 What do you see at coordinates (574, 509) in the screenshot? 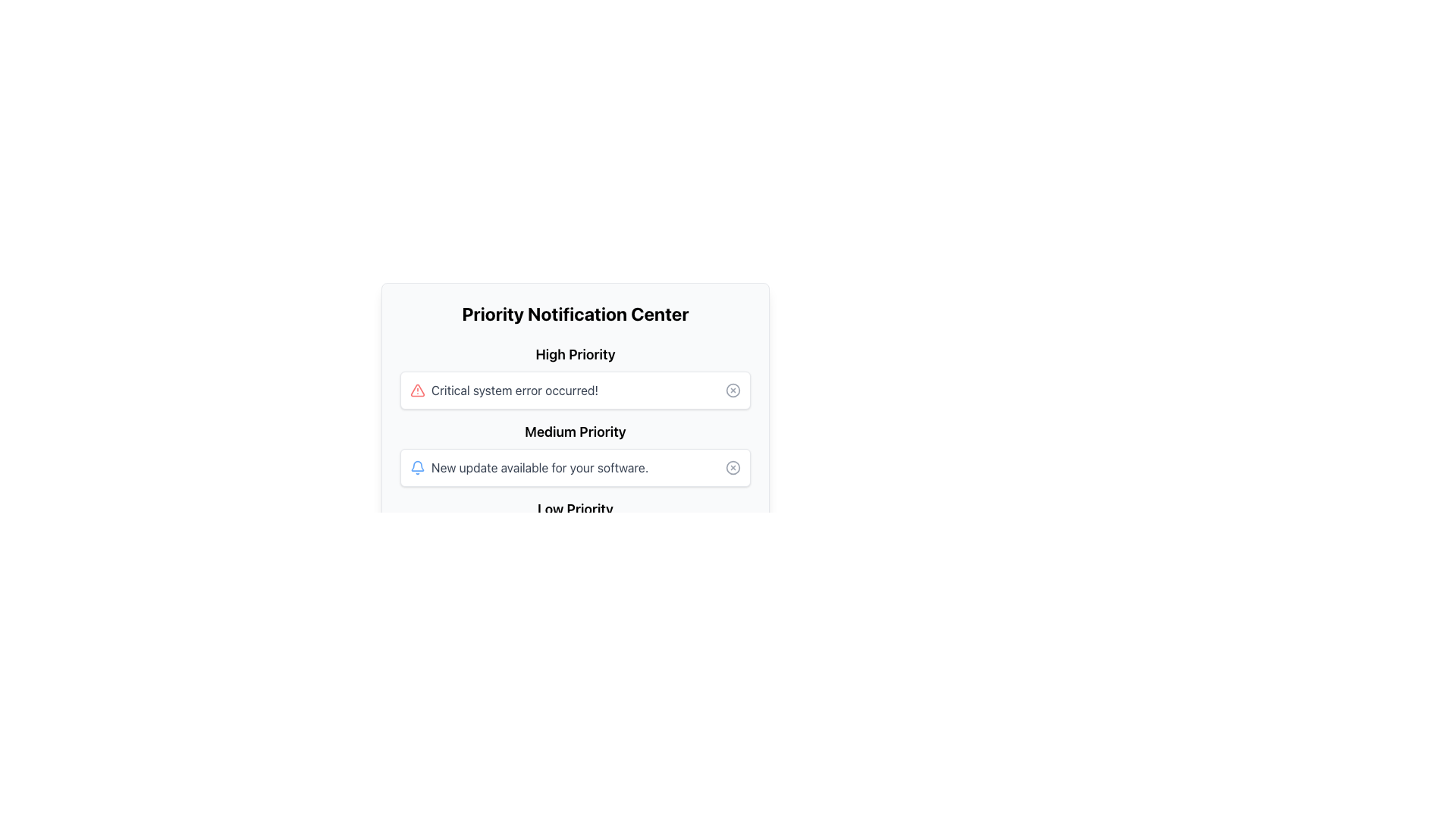
I see `the 'Low Priority' text label which is bold, capitalized, and prominently displayed as the third heading in a vertical list of headings` at bounding box center [574, 509].